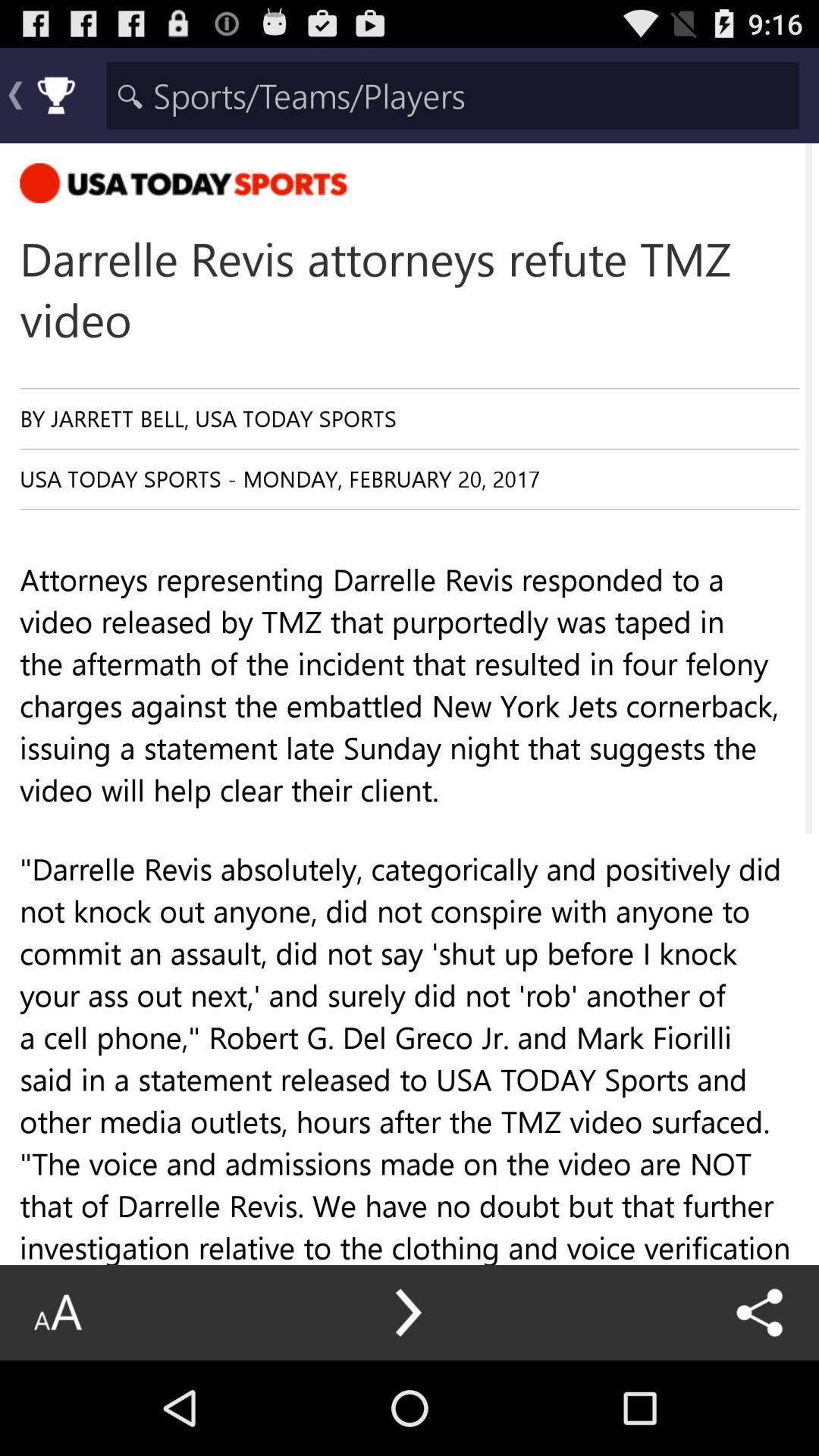 This screenshot has height=1456, width=819. I want to click on icon below attorneys representing darrelle item, so click(57, 1312).